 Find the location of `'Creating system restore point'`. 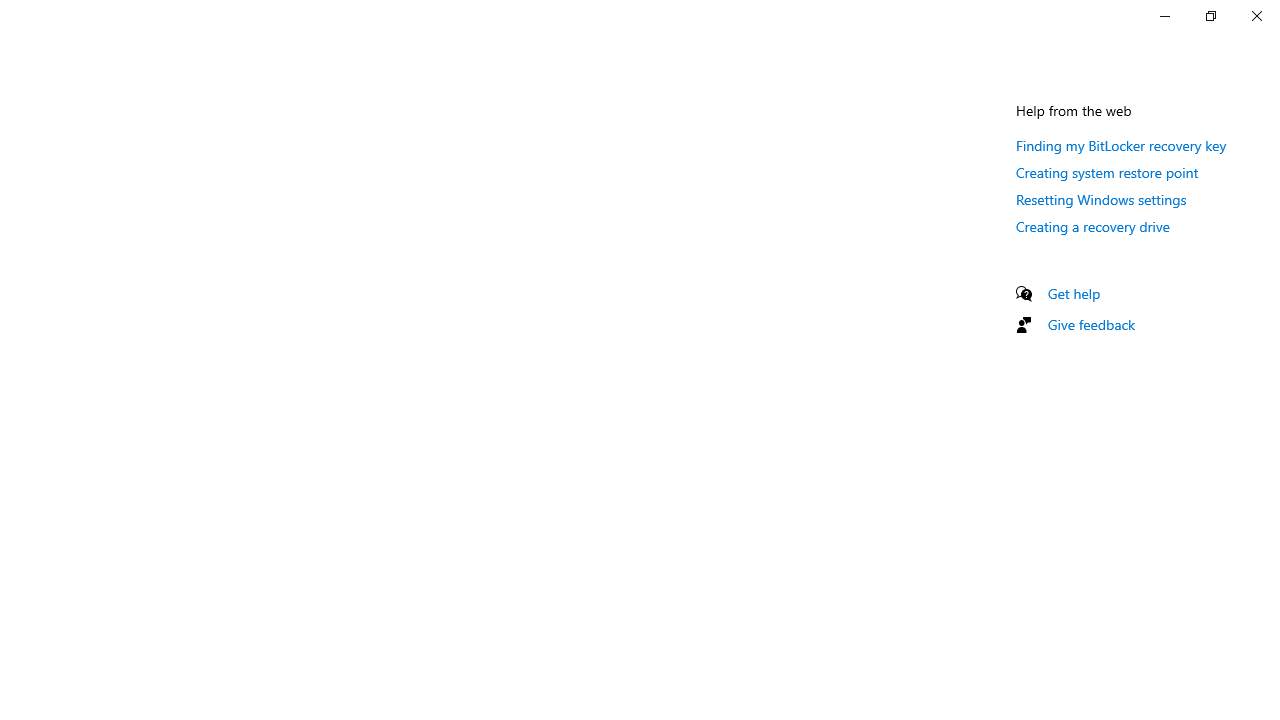

'Creating system restore point' is located at coordinates (1106, 171).